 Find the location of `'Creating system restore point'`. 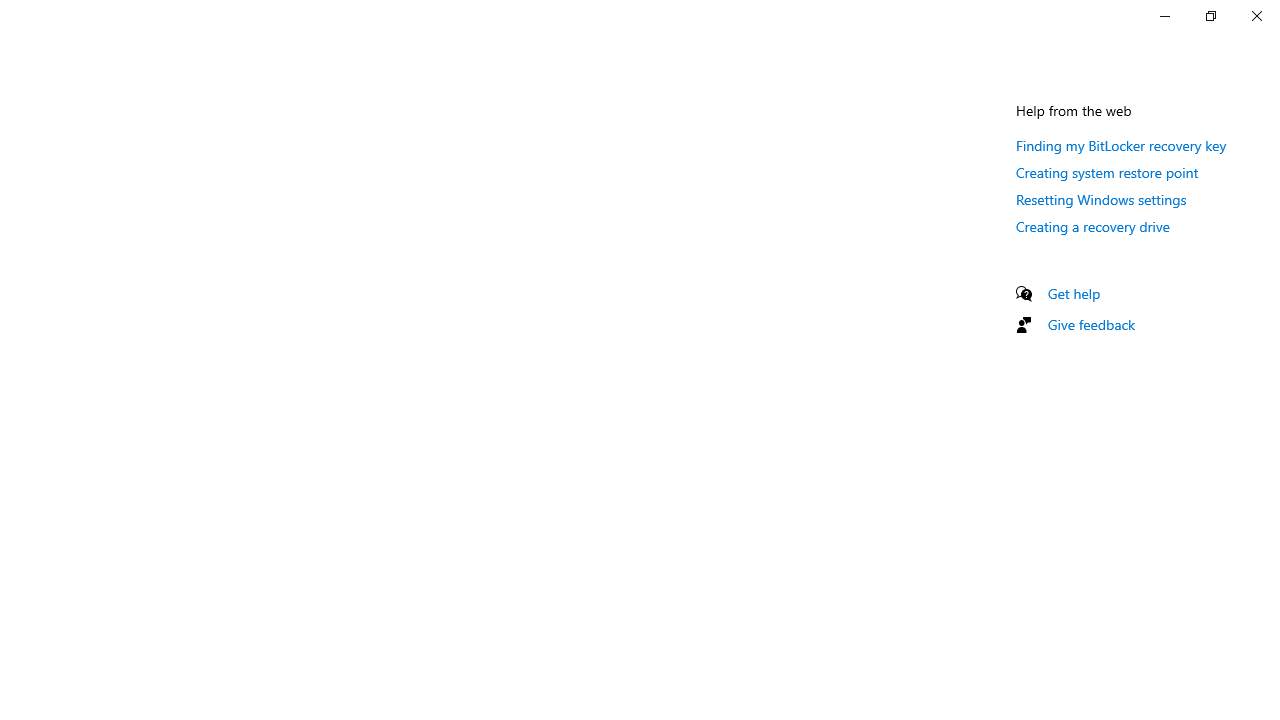

'Creating system restore point' is located at coordinates (1106, 171).